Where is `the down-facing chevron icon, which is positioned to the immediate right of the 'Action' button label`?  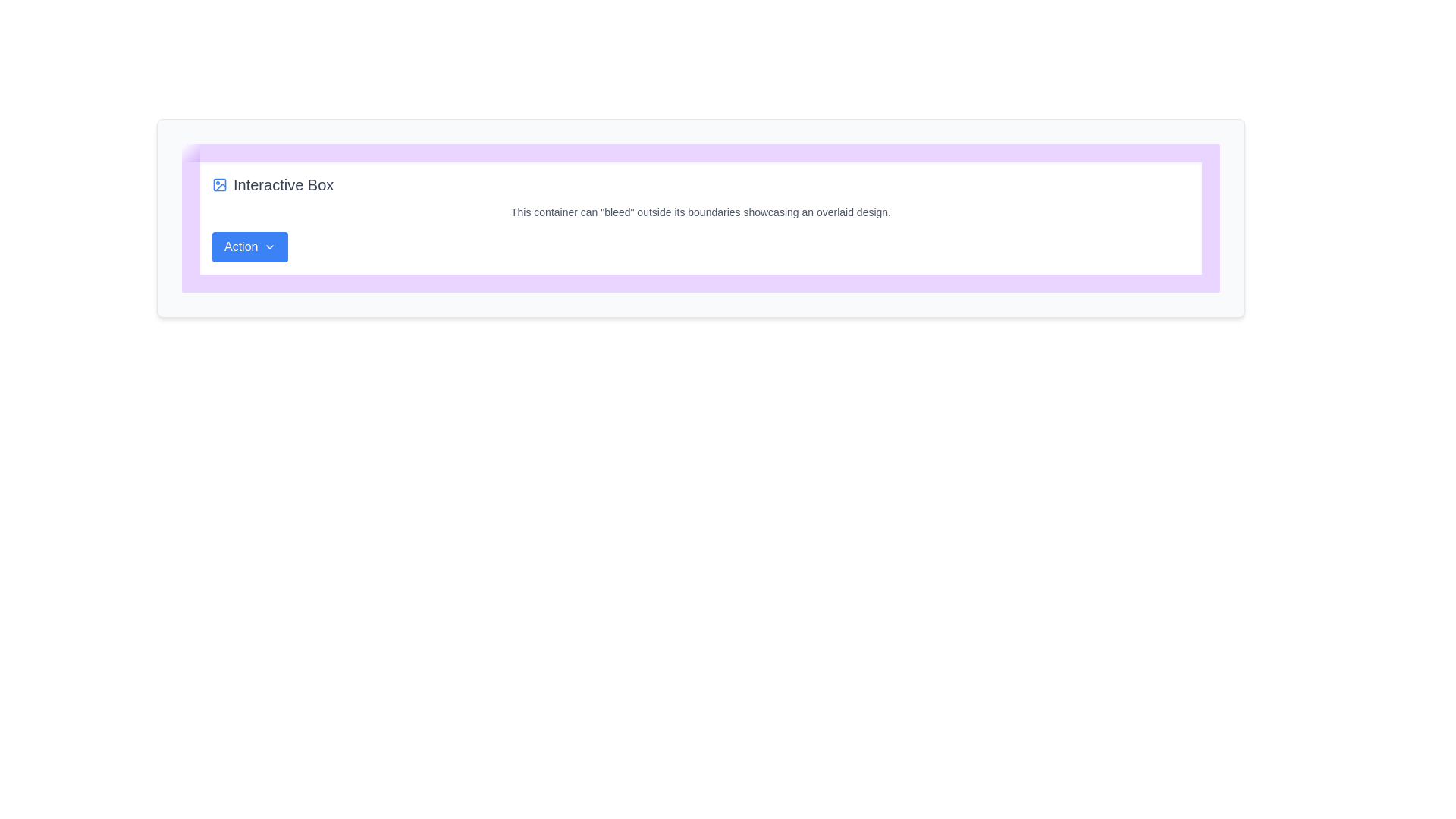
the down-facing chevron icon, which is positioned to the immediate right of the 'Action' button label is located at coordinates (270, 246).